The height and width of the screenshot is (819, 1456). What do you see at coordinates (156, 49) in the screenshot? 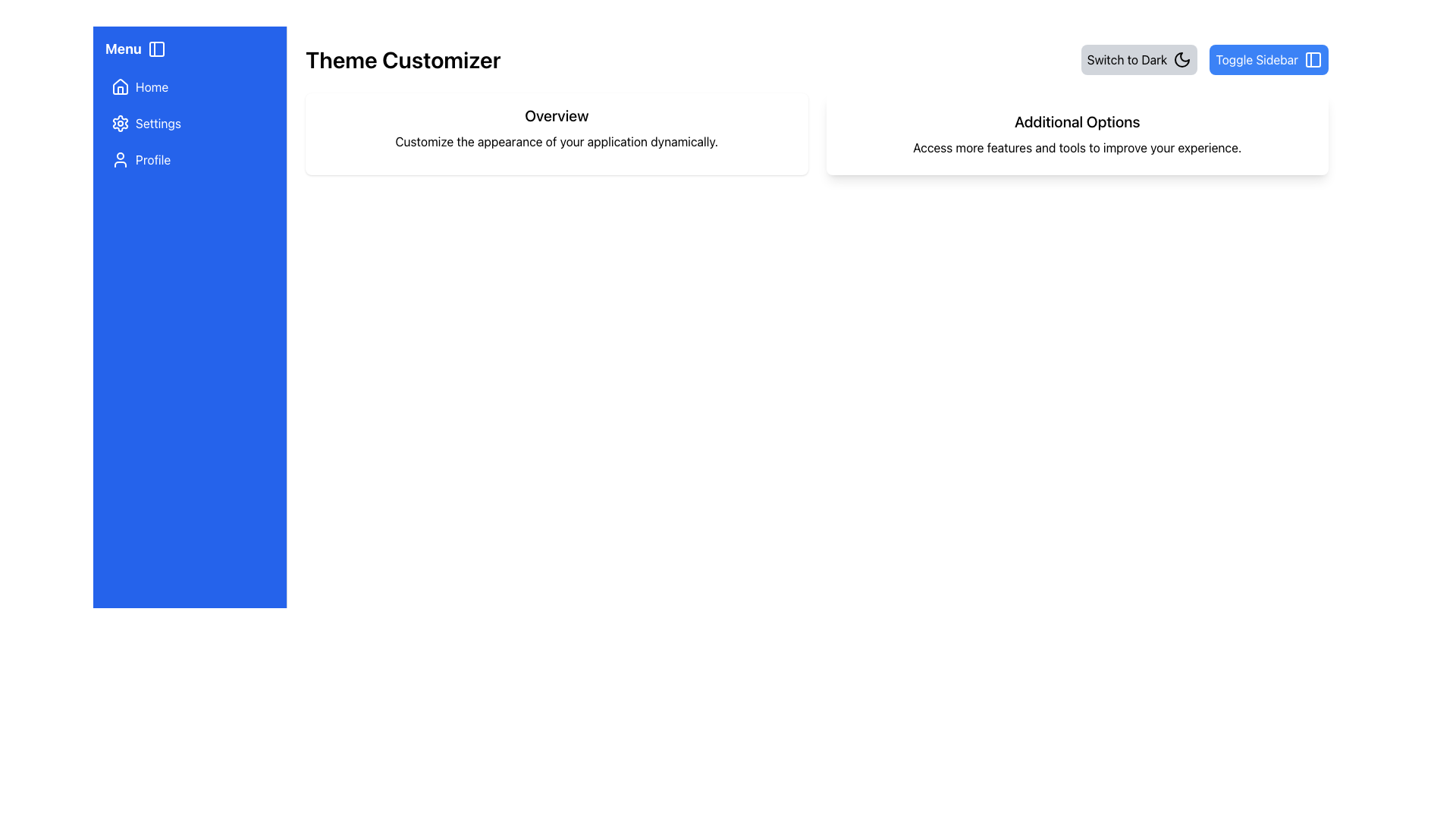
I see `the compact icon shaped like a vertical split panel located next to the 'Menu' text in the sidebar` at bounding box center [156, 49].